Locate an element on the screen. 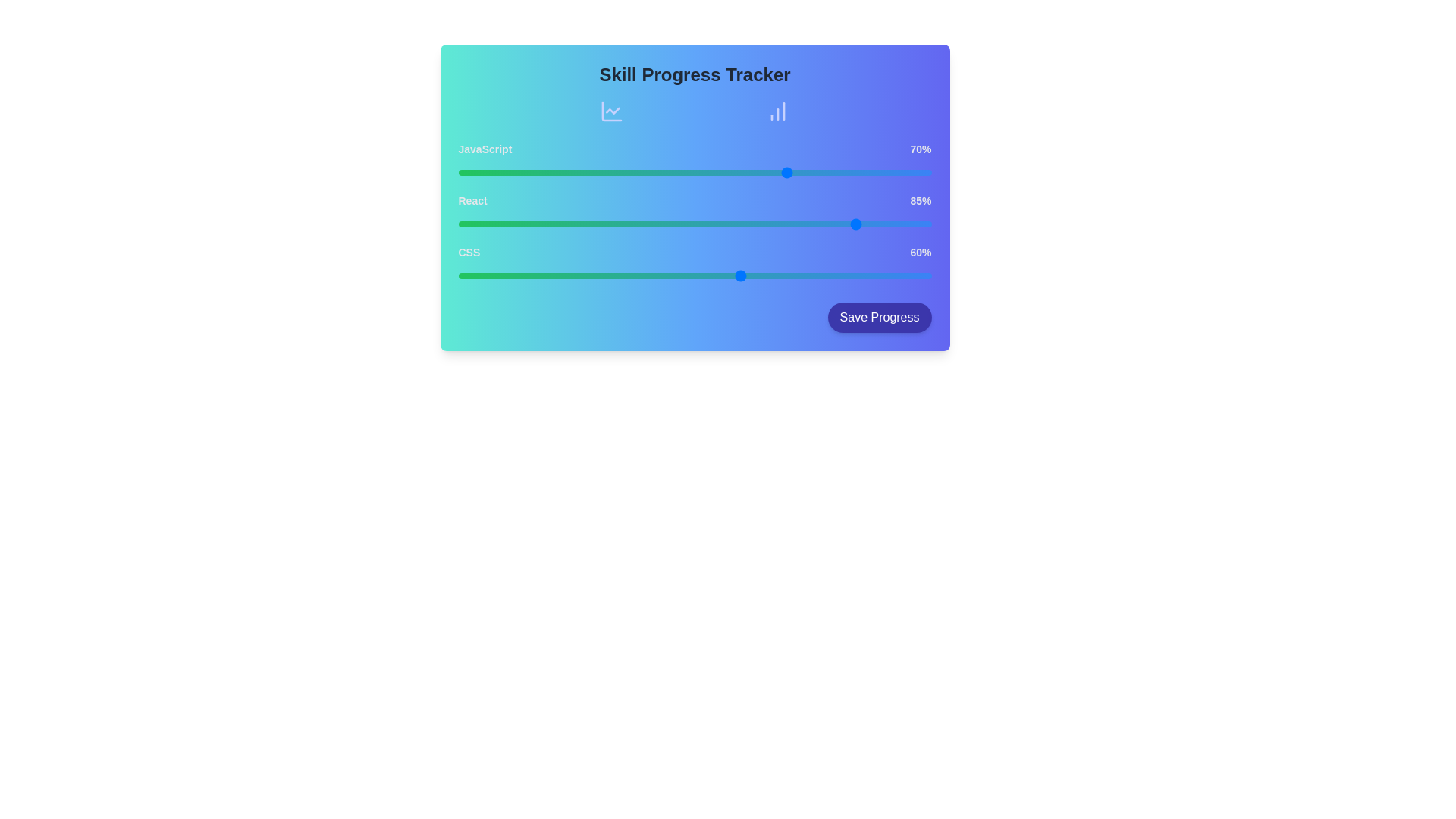 The width and height of the screenshot is (1456, 819). the chart icon corresponding to line_chart is located at coordinates (612, 110).